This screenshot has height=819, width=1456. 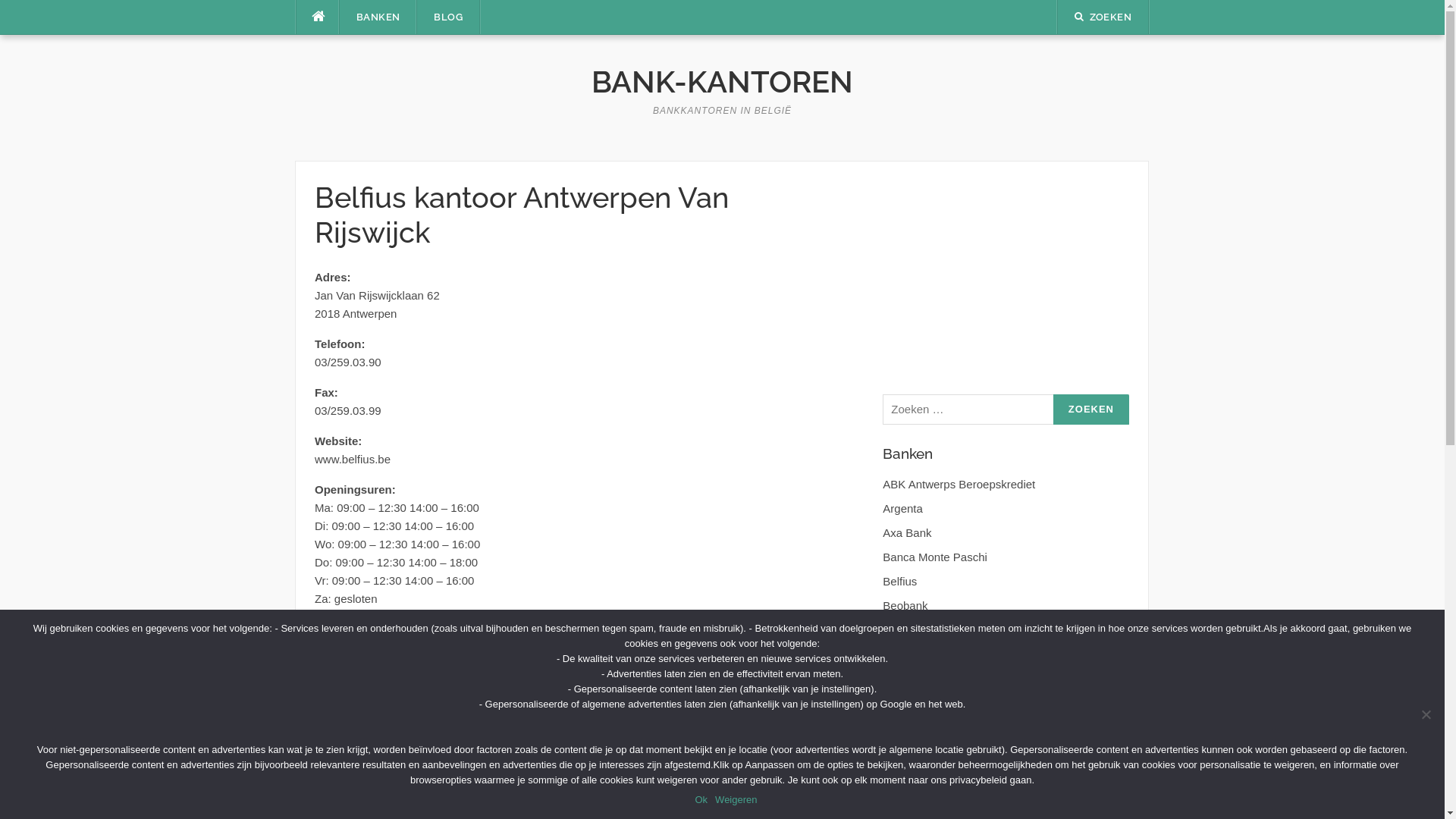 I want to click on 'Weigeren', so click(x=736, y=799).